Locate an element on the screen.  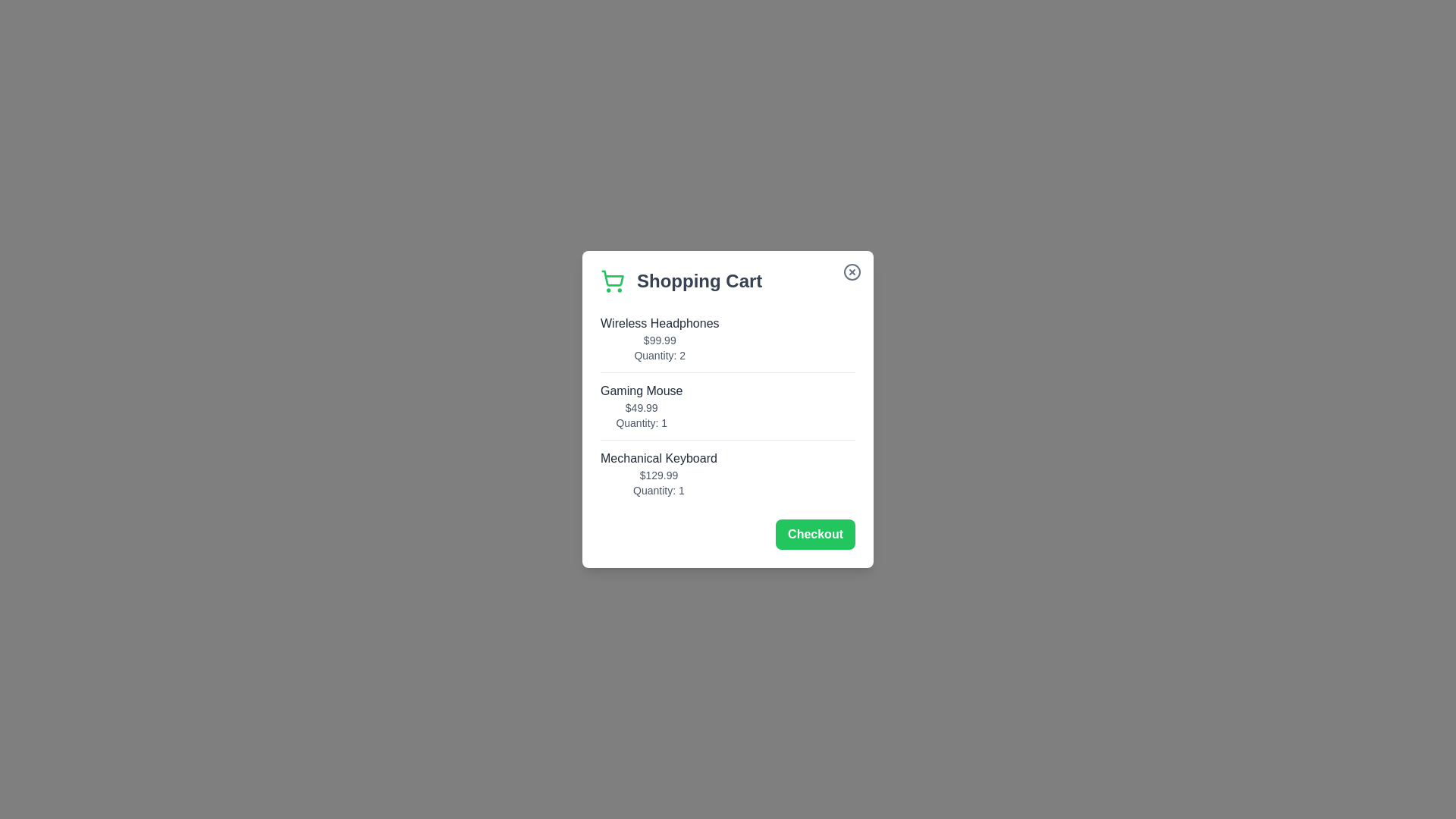
the Shopping Cart title and icon area by clicking near the title text and icon is located at coordinates (728, 281).